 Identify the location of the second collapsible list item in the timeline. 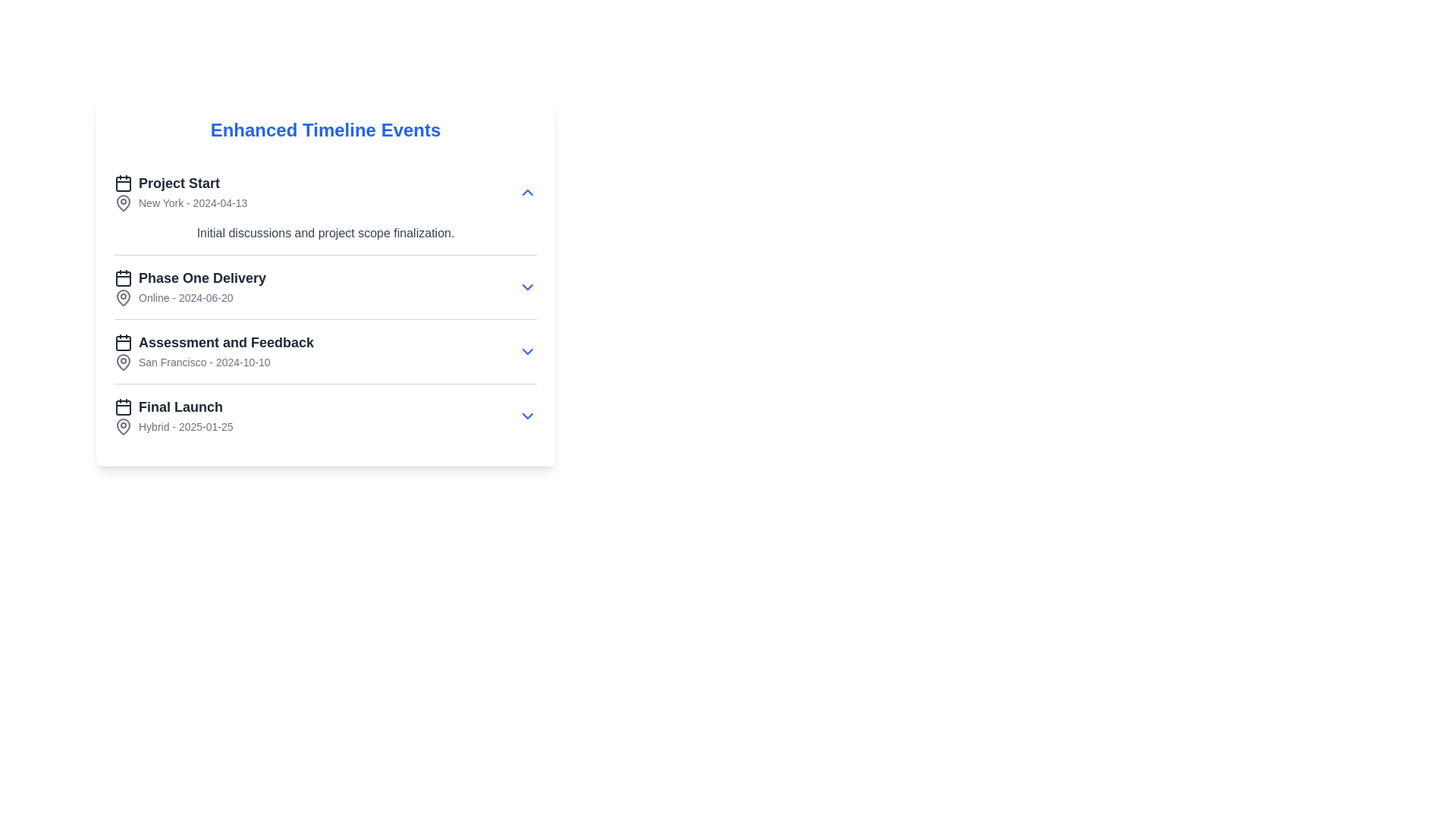
(325, 287).